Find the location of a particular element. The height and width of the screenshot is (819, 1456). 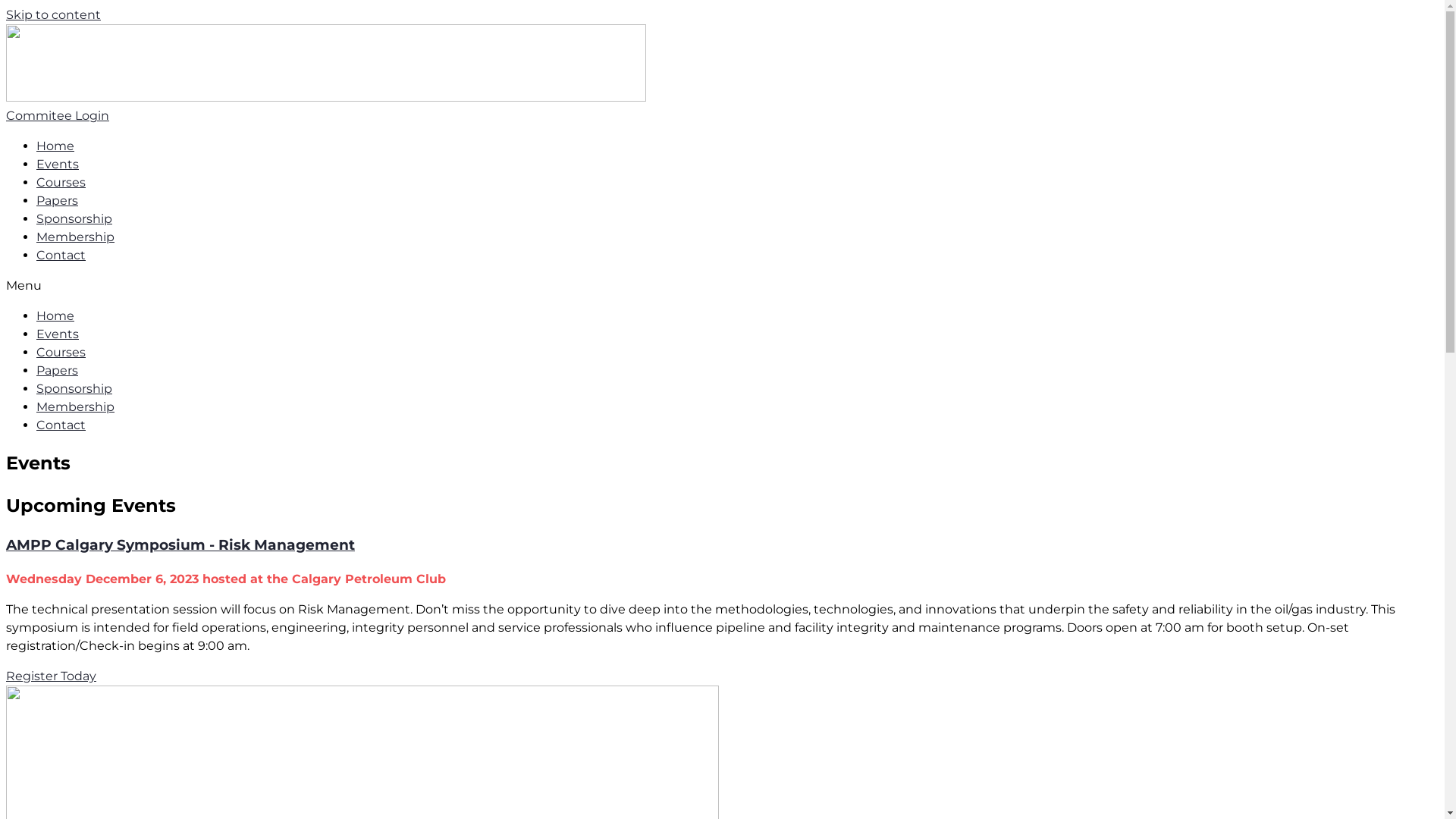

'Commitee Login' is located at coordinates (58, 115).